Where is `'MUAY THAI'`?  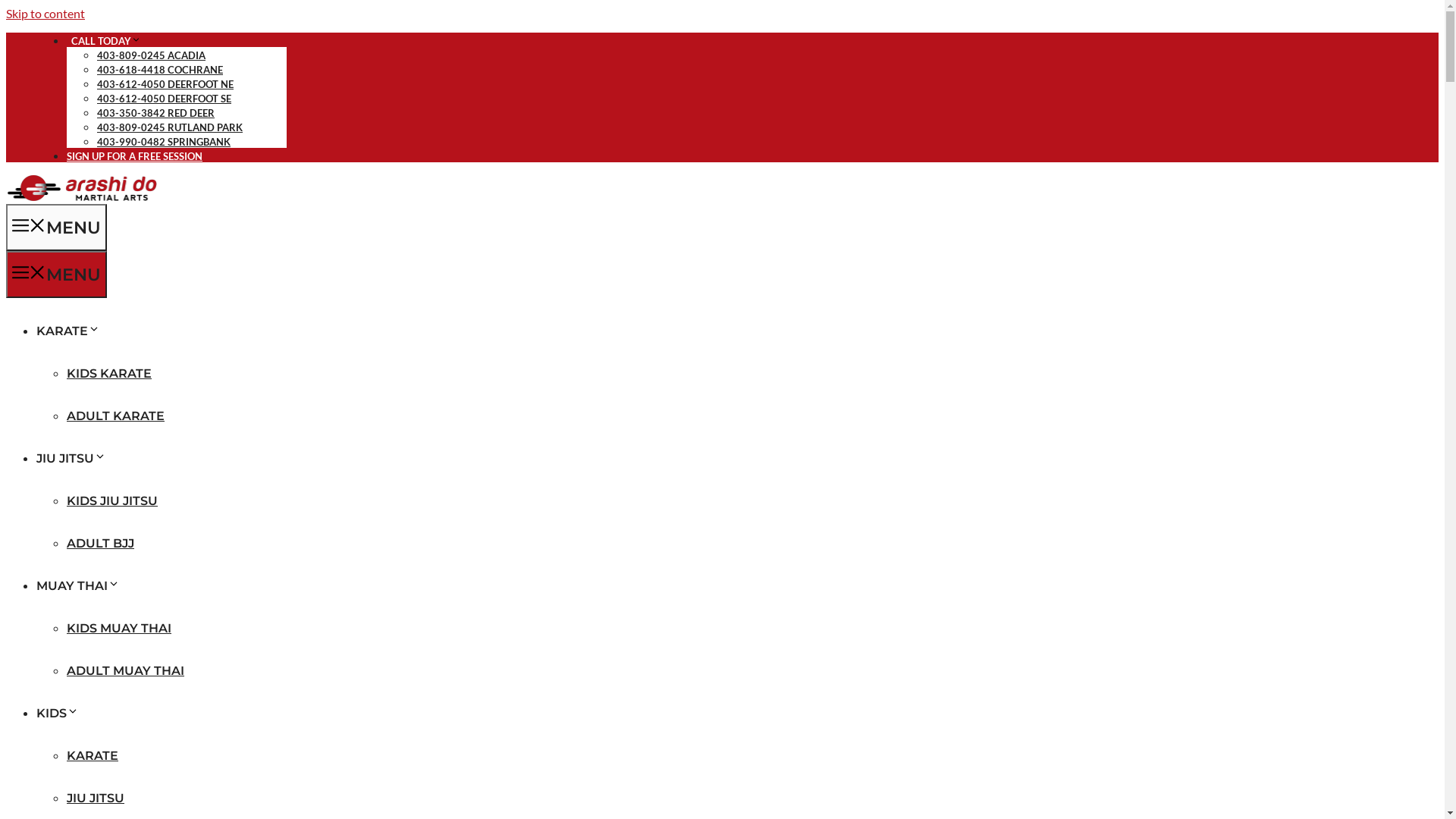 'MUAY THAI' is located at coordinates (77, 585).